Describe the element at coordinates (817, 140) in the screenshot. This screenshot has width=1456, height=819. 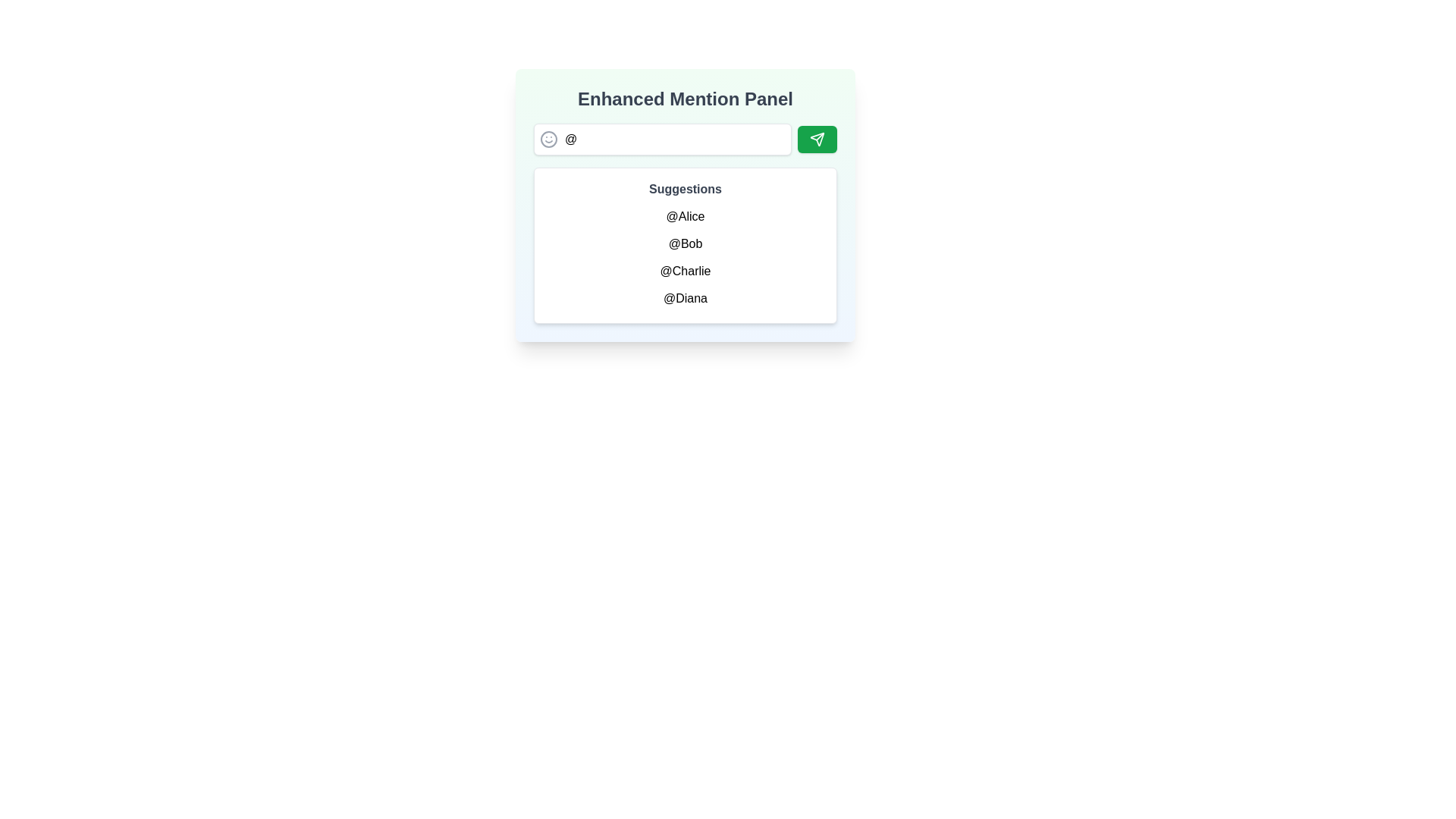
I see `the SVG Icon styled as an arrow or paper plane, which is located within a green button to the right of the input box in the Enhanced Mention Panel` at that location.